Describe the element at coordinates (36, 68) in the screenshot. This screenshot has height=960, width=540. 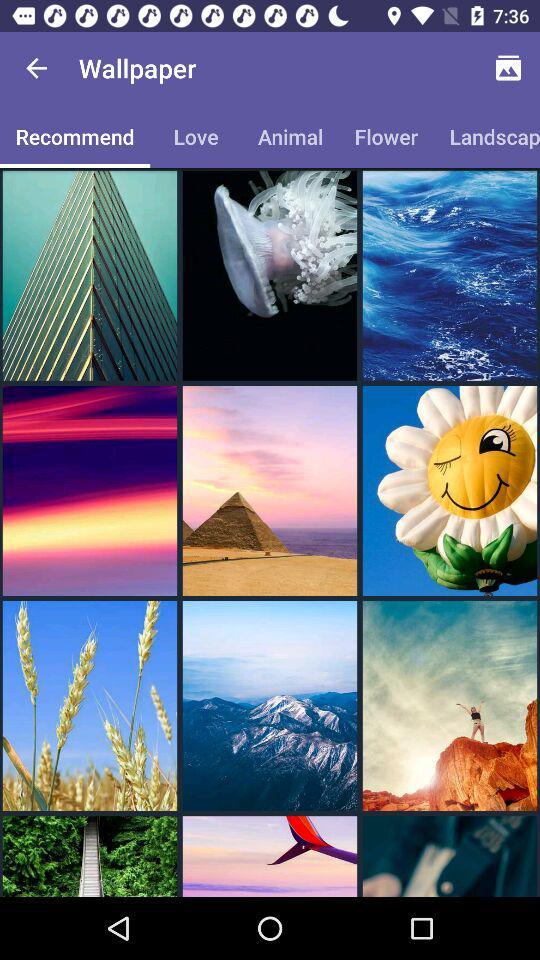
I see `the app to the left of the wallpaper icon` at that location.